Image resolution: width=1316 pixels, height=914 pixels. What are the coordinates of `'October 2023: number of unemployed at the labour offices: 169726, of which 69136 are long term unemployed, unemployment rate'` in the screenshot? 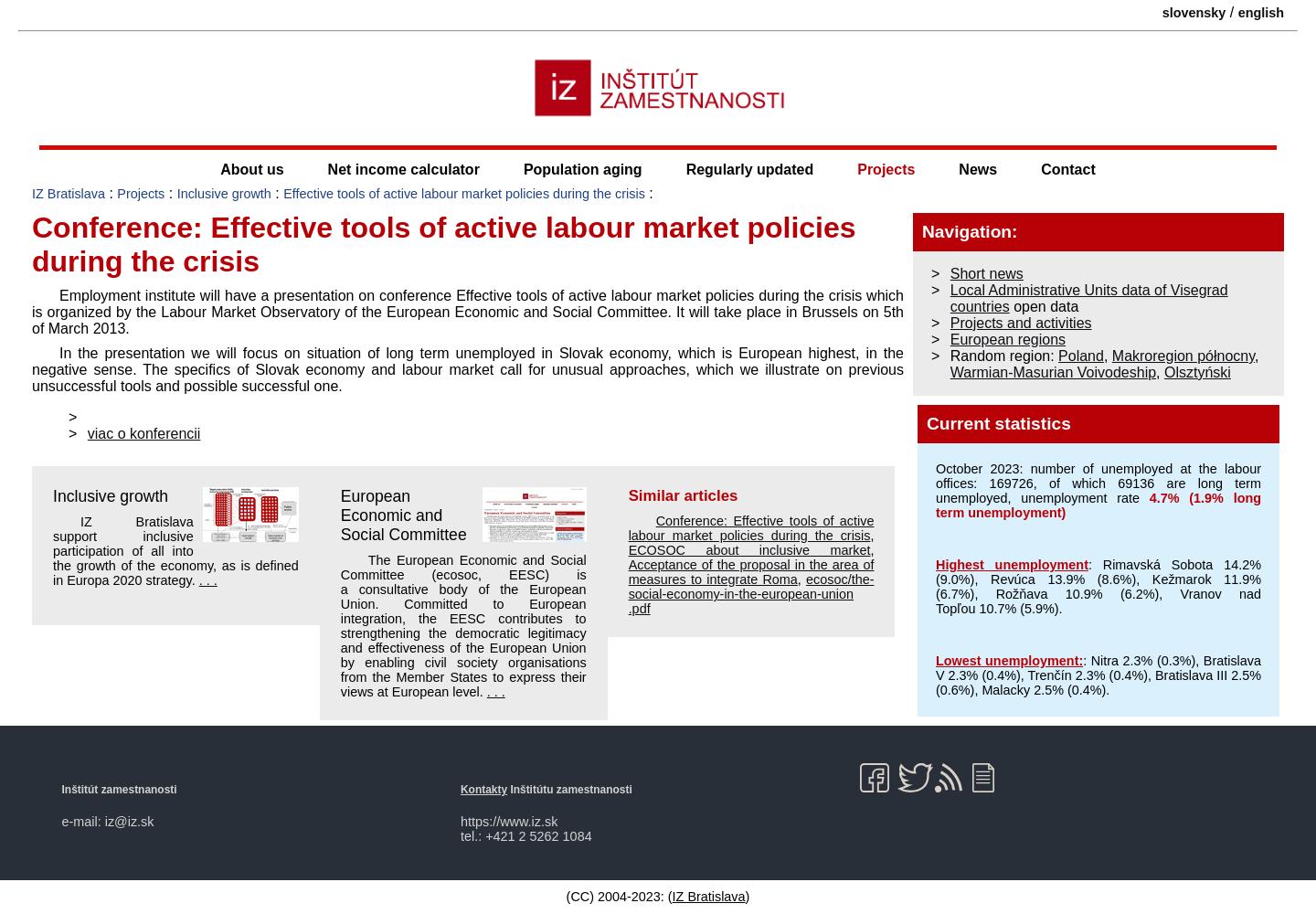 It's located at (1097, 483).